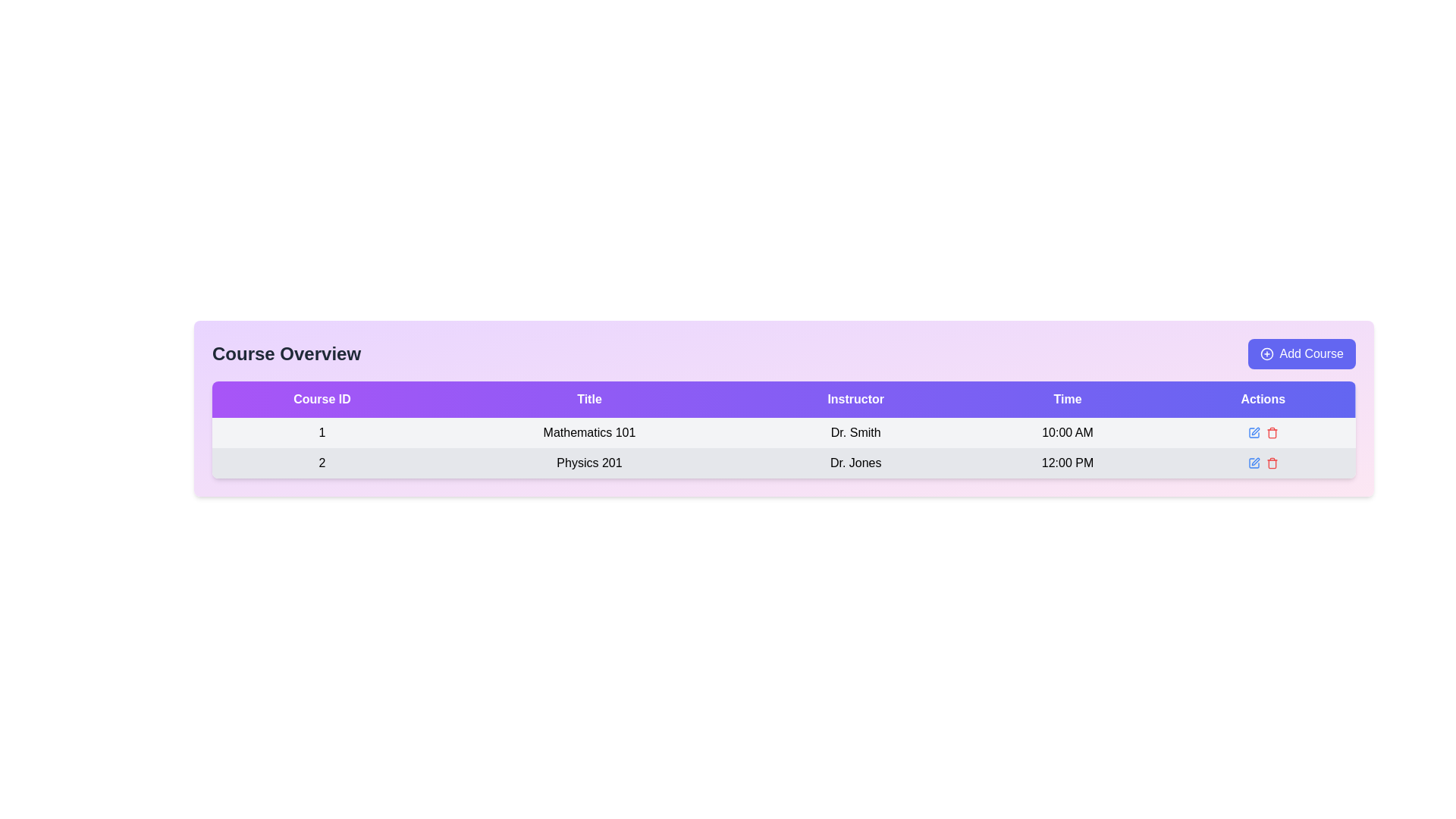  I want to click on the static text indicating the scheduled time for the course 'Mathematics 101' taught by 'Dr. Smith' in the 'Time' column of the first data row in the 'Course Overview' table, so click(1066, 432).